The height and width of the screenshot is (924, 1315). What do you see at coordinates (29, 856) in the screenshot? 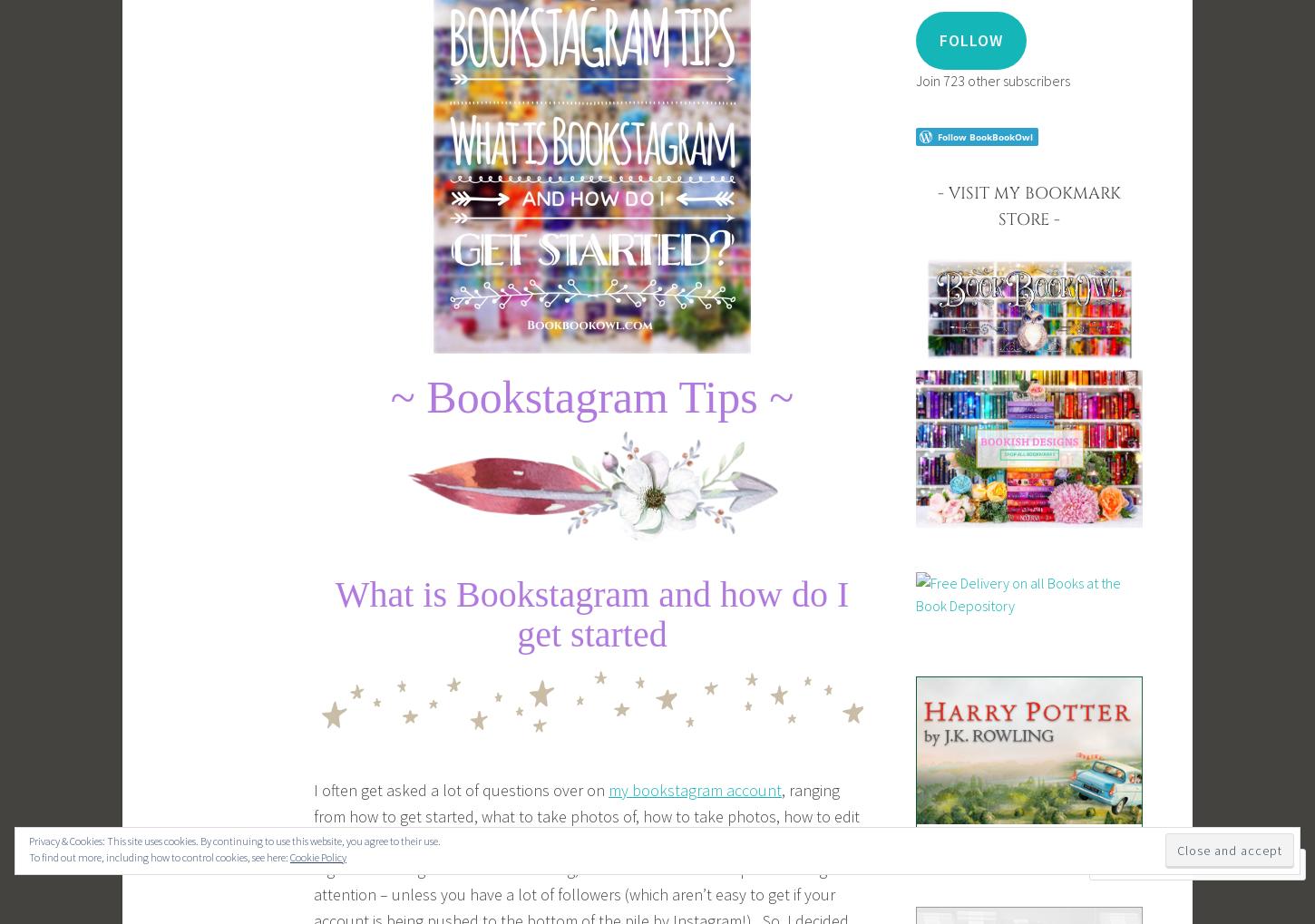
I see `'To find out more, including how to control cookies, see here:'` at bounding box center [29, 856].